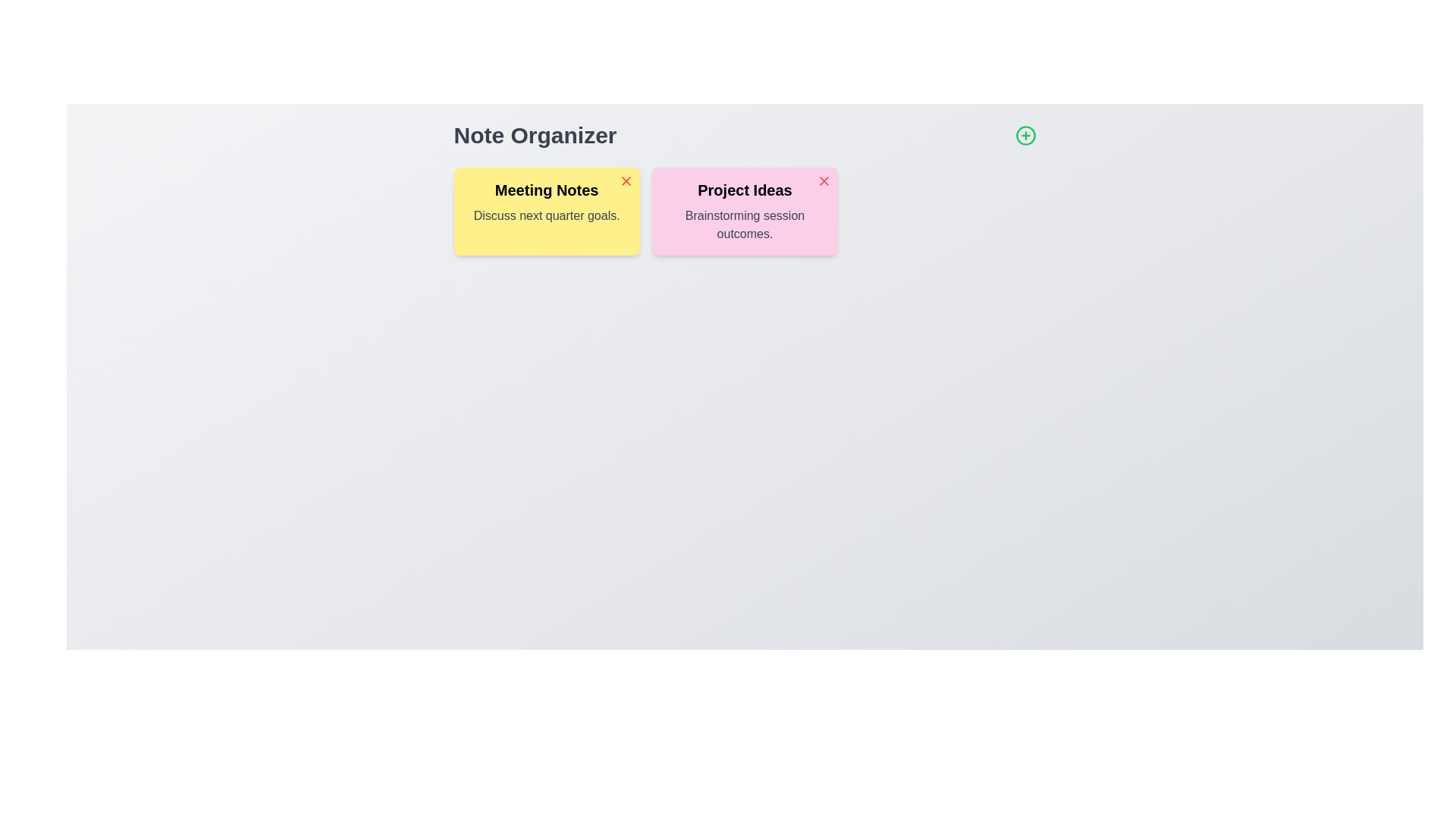 This screenshot has width=1456, height=819. What do you see at coordinates (745, 225) in the screenshot?
I see `the text block containing 'Brainstorming session outcomes.' which is styled with gray text and located inside a pink rectangle with rounded corners beneath the title 'Project Ideas'` at bounding box center [745, 225].